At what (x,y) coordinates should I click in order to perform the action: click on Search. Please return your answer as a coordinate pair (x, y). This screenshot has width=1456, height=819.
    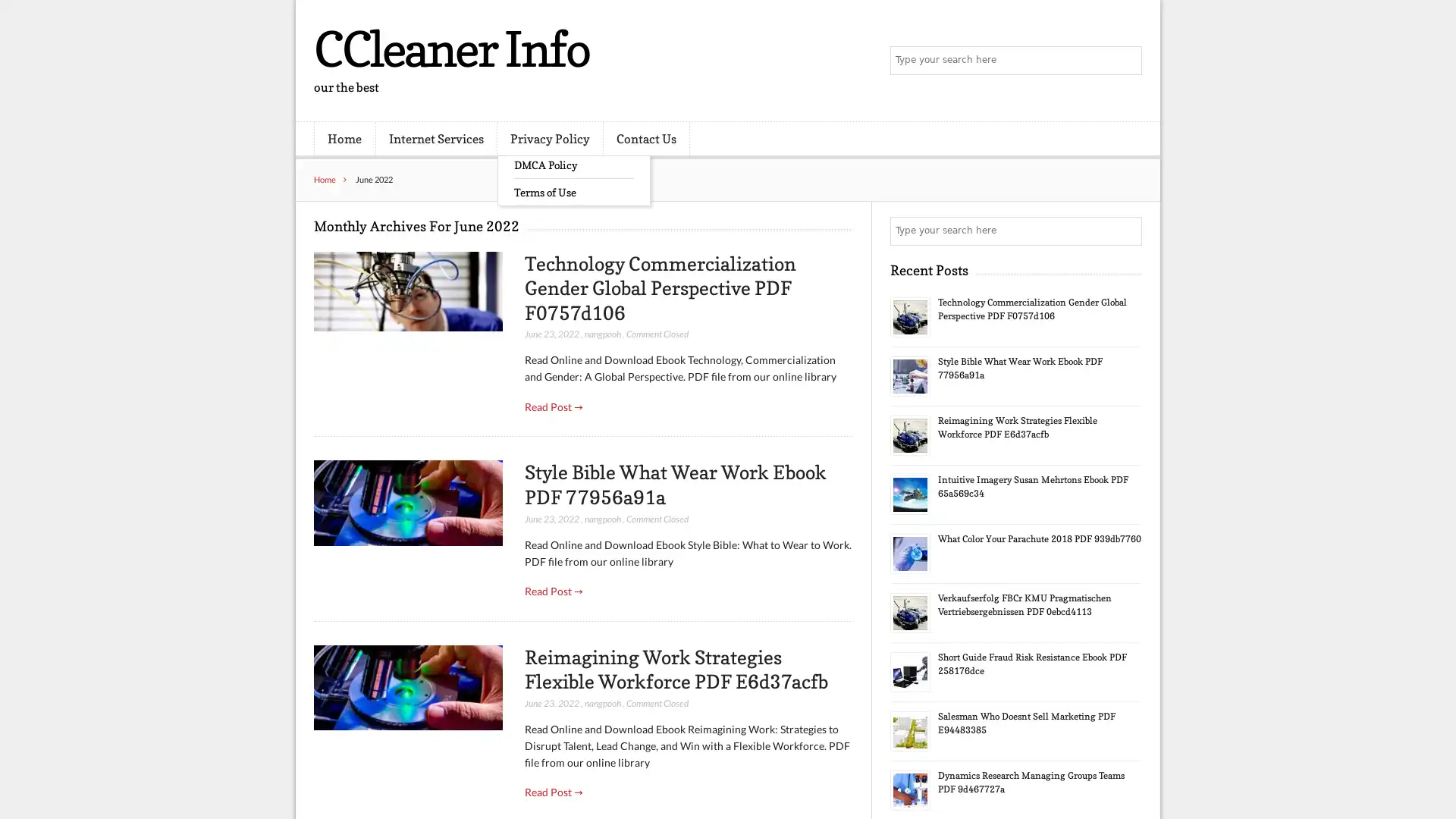
    Looking at the image, I should click on (1126, 231).